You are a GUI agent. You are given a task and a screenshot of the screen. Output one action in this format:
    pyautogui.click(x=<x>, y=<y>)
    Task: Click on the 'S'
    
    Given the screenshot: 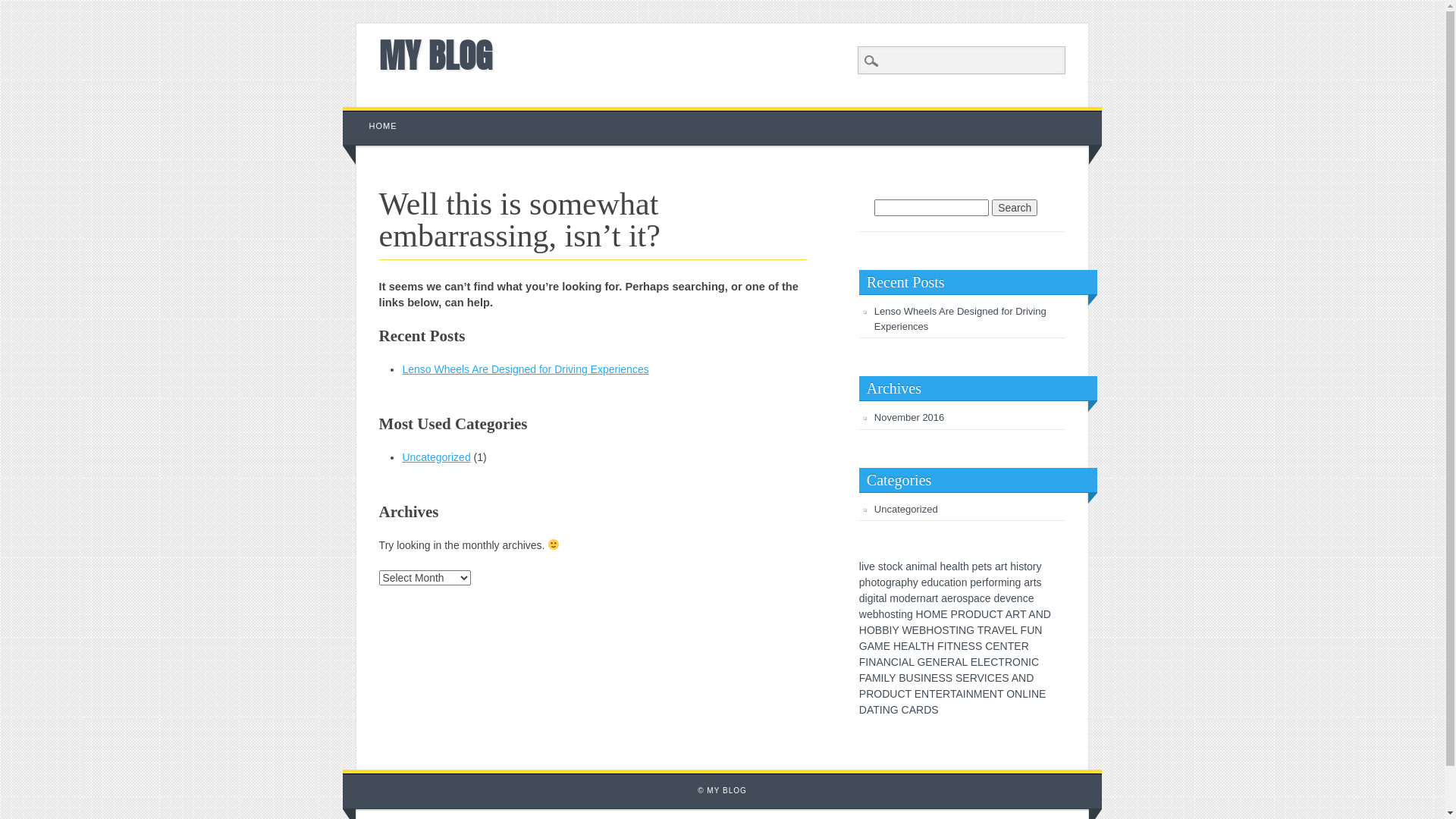 What is the action you would take?
    pyautogui.click(x=944, y=629)
    